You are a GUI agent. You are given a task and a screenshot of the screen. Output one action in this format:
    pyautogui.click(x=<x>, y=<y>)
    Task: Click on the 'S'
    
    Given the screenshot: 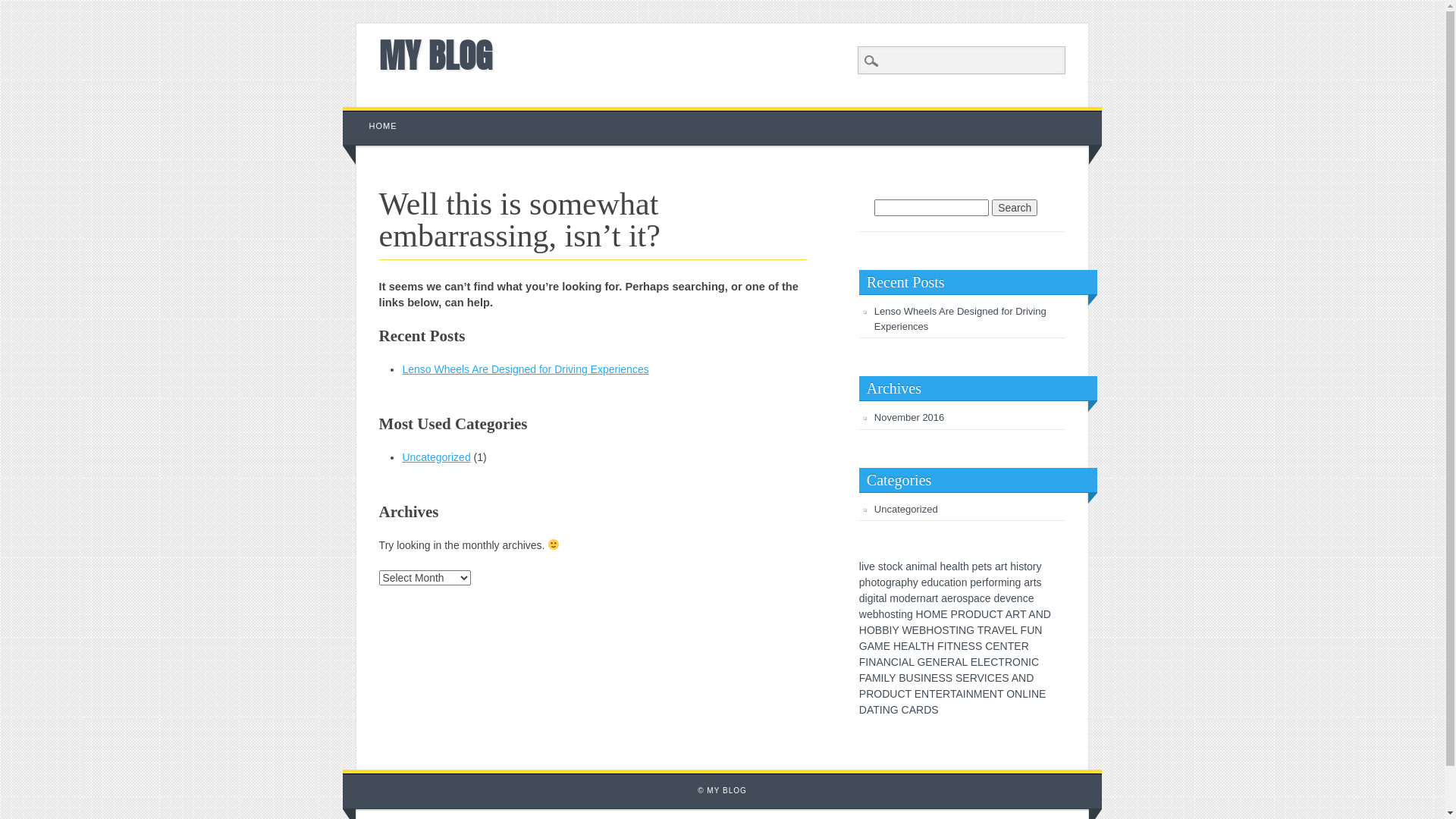 What is the action you would take?
    pyautogui.click(x=944, y=629)
    